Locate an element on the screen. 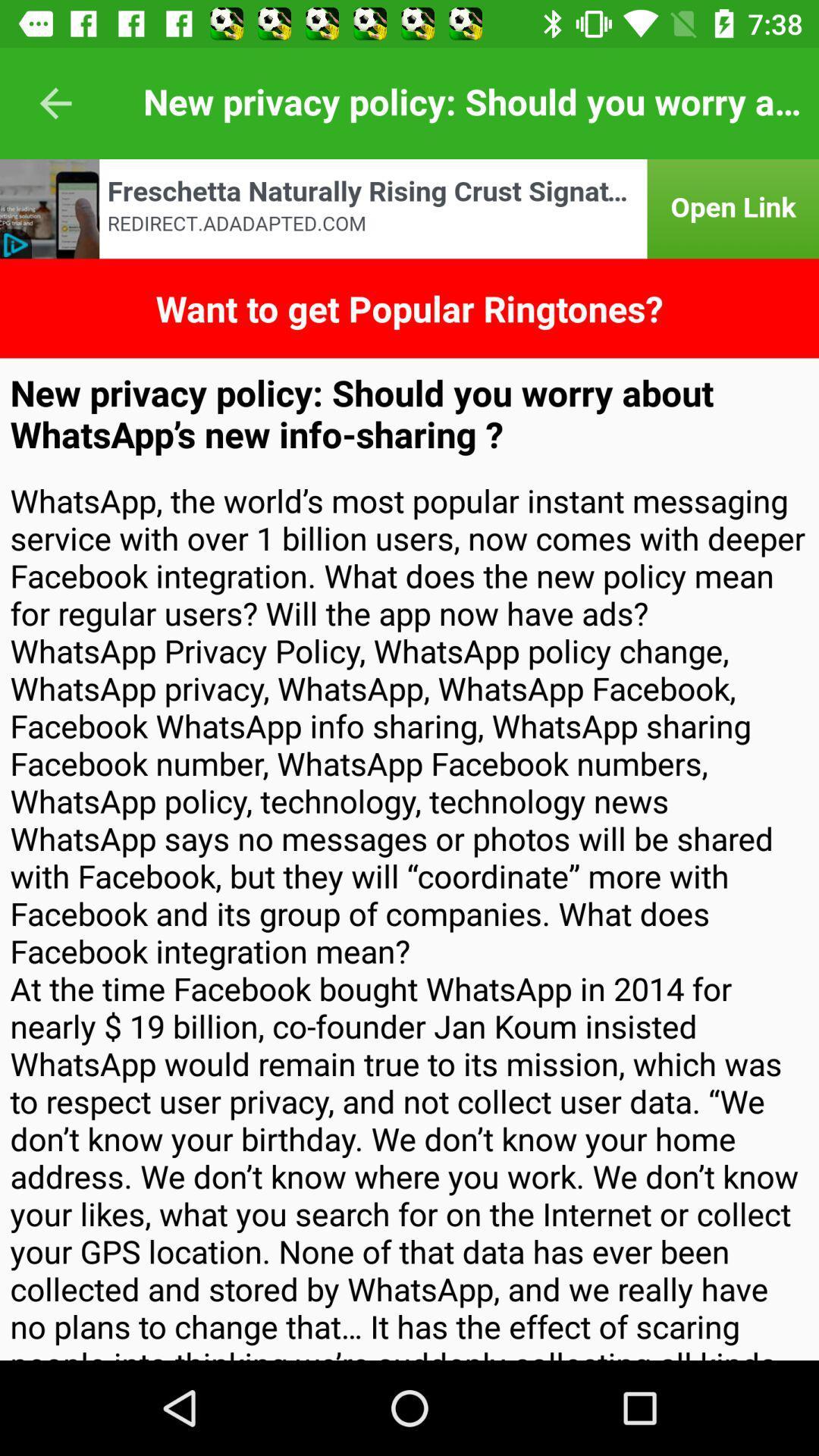 This screenshot has height=1456, width=819. item above the want to get item is located at coordinates (409, 208).